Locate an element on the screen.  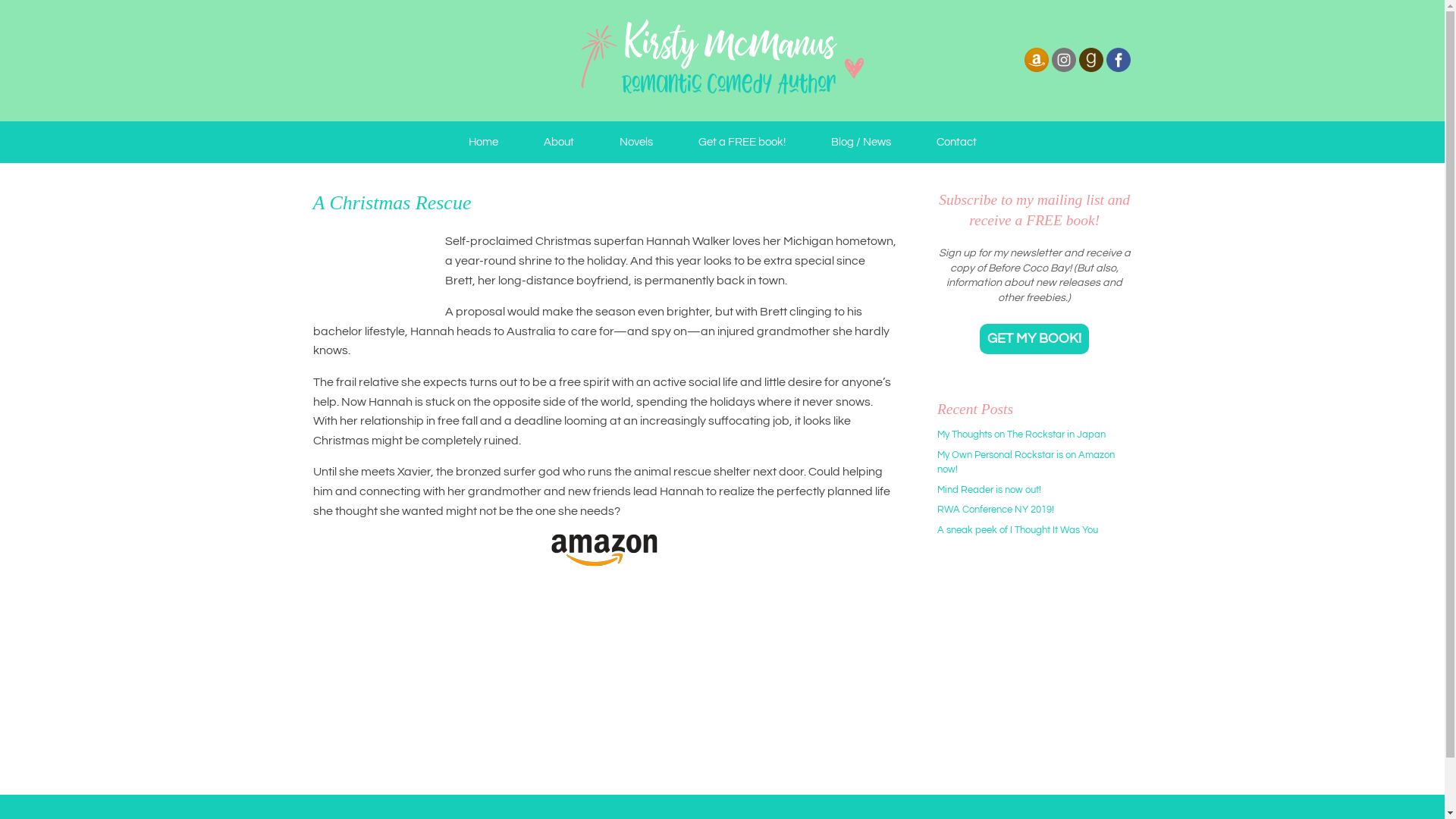
'Advertisement' is located at coordinates (1031, 667).